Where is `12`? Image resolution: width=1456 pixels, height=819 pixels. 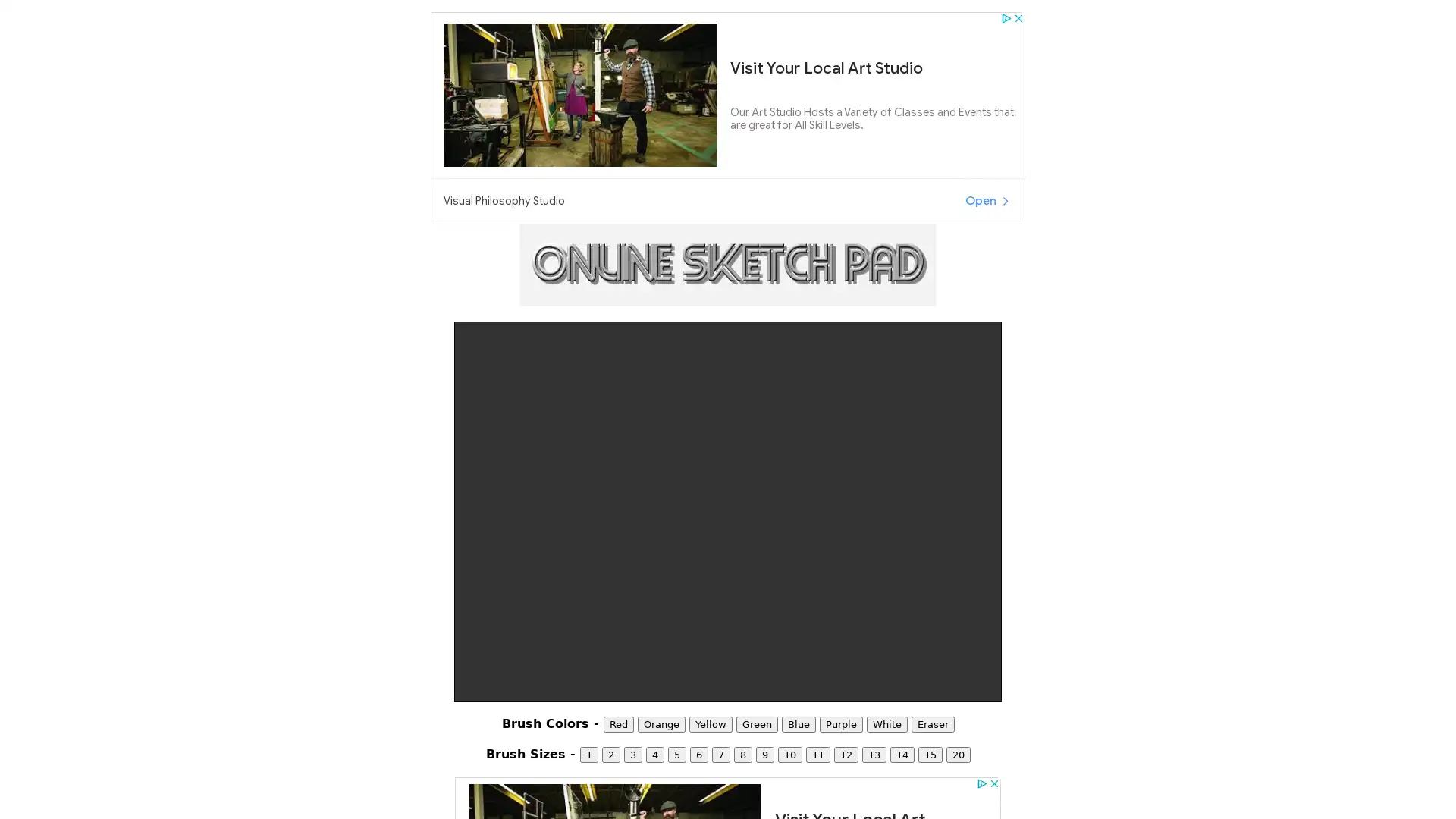 12 is located at coordinates (844, 755).